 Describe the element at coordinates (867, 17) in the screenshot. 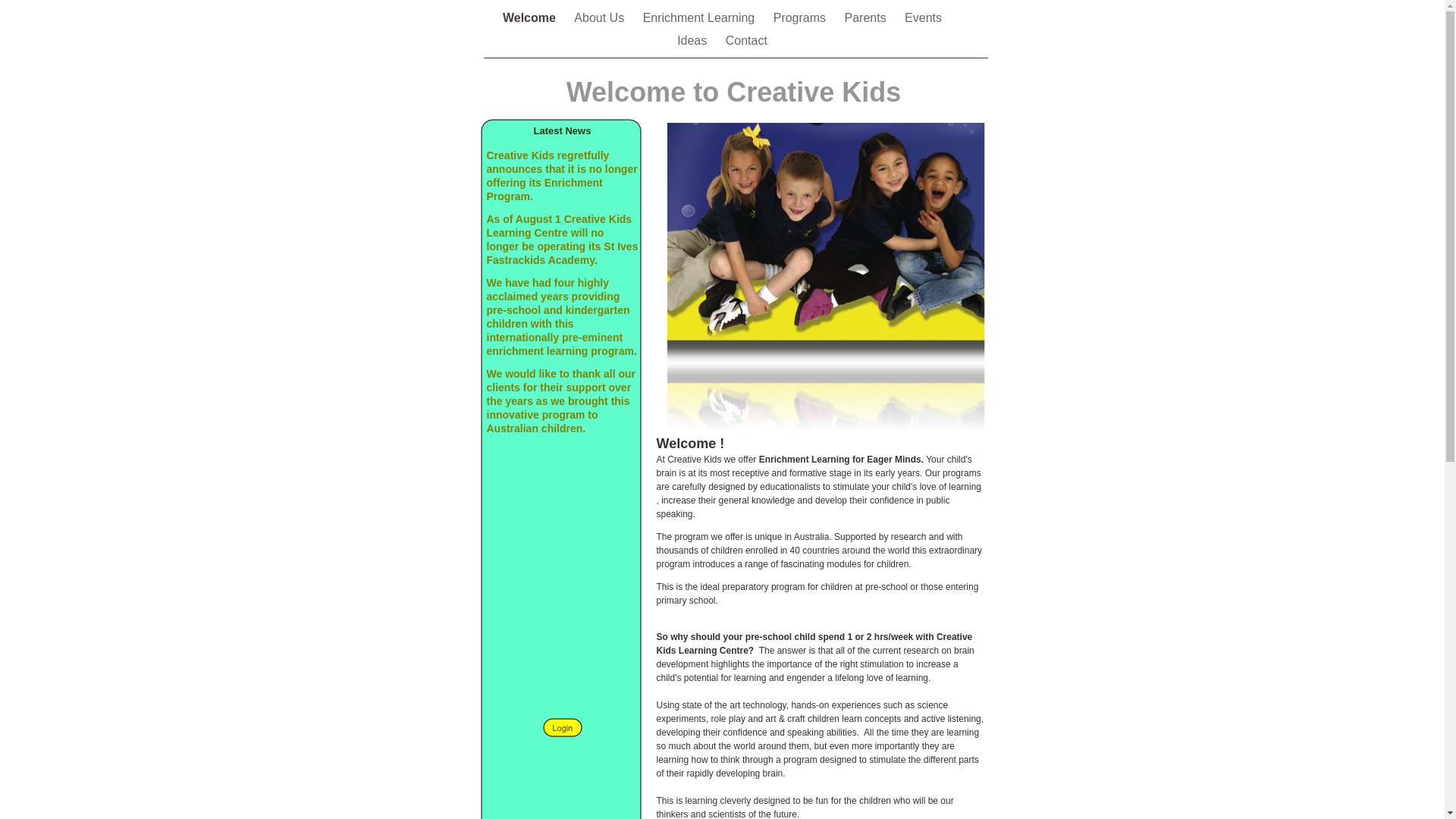

I see `'Parents'` at that location.